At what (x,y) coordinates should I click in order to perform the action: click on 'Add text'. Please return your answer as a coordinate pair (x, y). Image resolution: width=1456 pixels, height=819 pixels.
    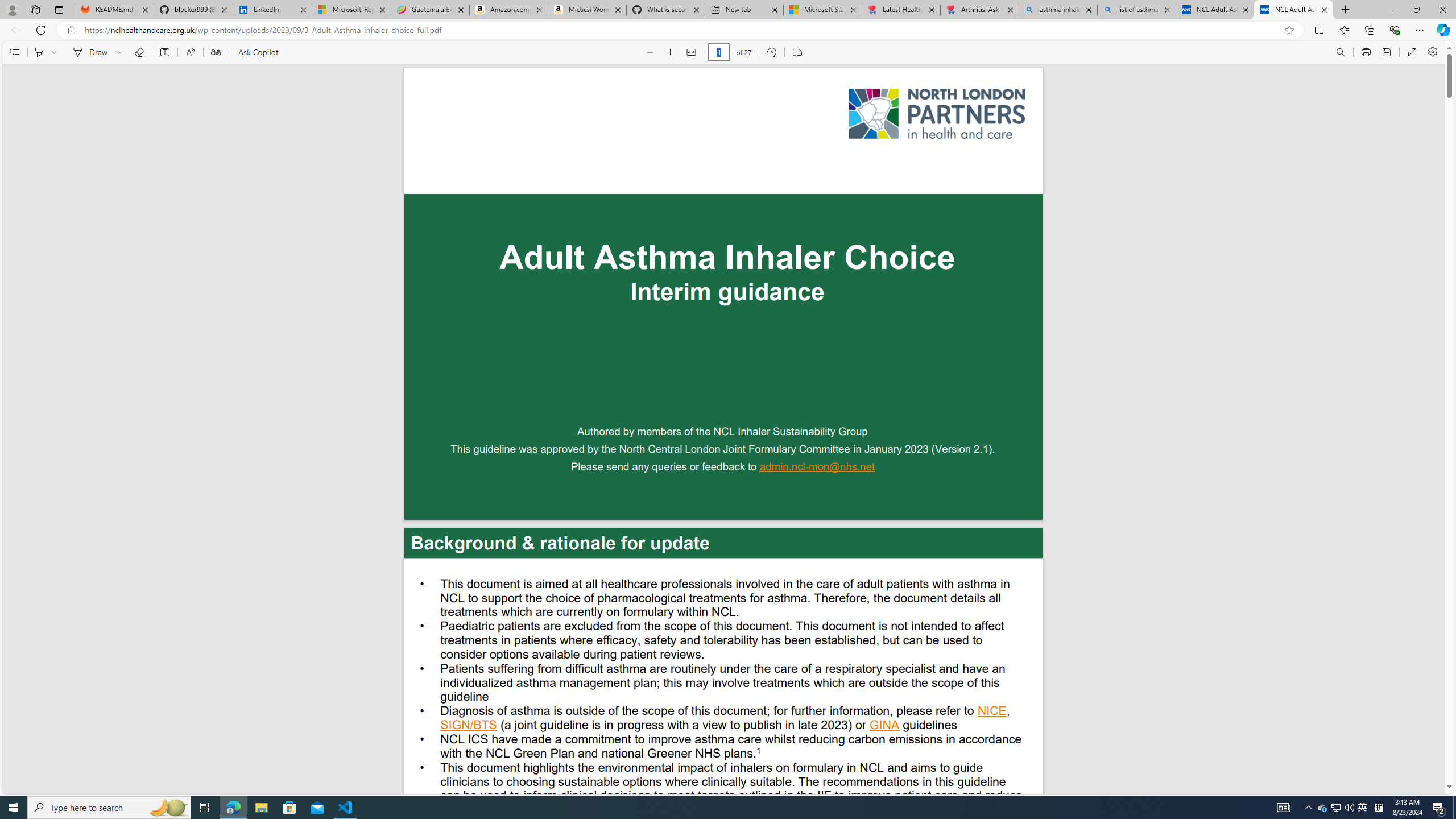
    Looking at the image, I should click on (164, 52).